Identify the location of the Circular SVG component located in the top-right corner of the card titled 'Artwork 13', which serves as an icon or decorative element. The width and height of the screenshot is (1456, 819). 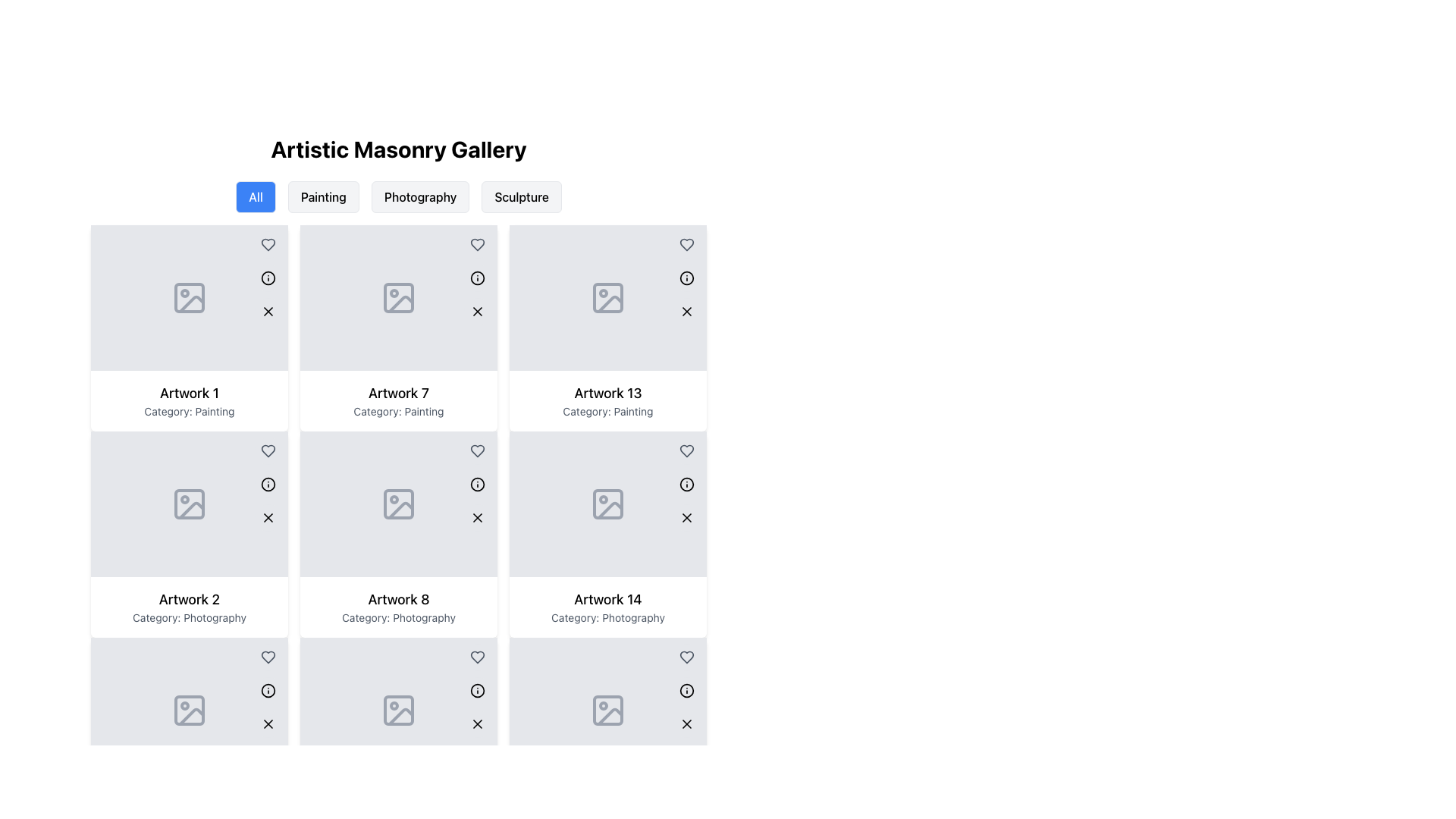
(686, 278).